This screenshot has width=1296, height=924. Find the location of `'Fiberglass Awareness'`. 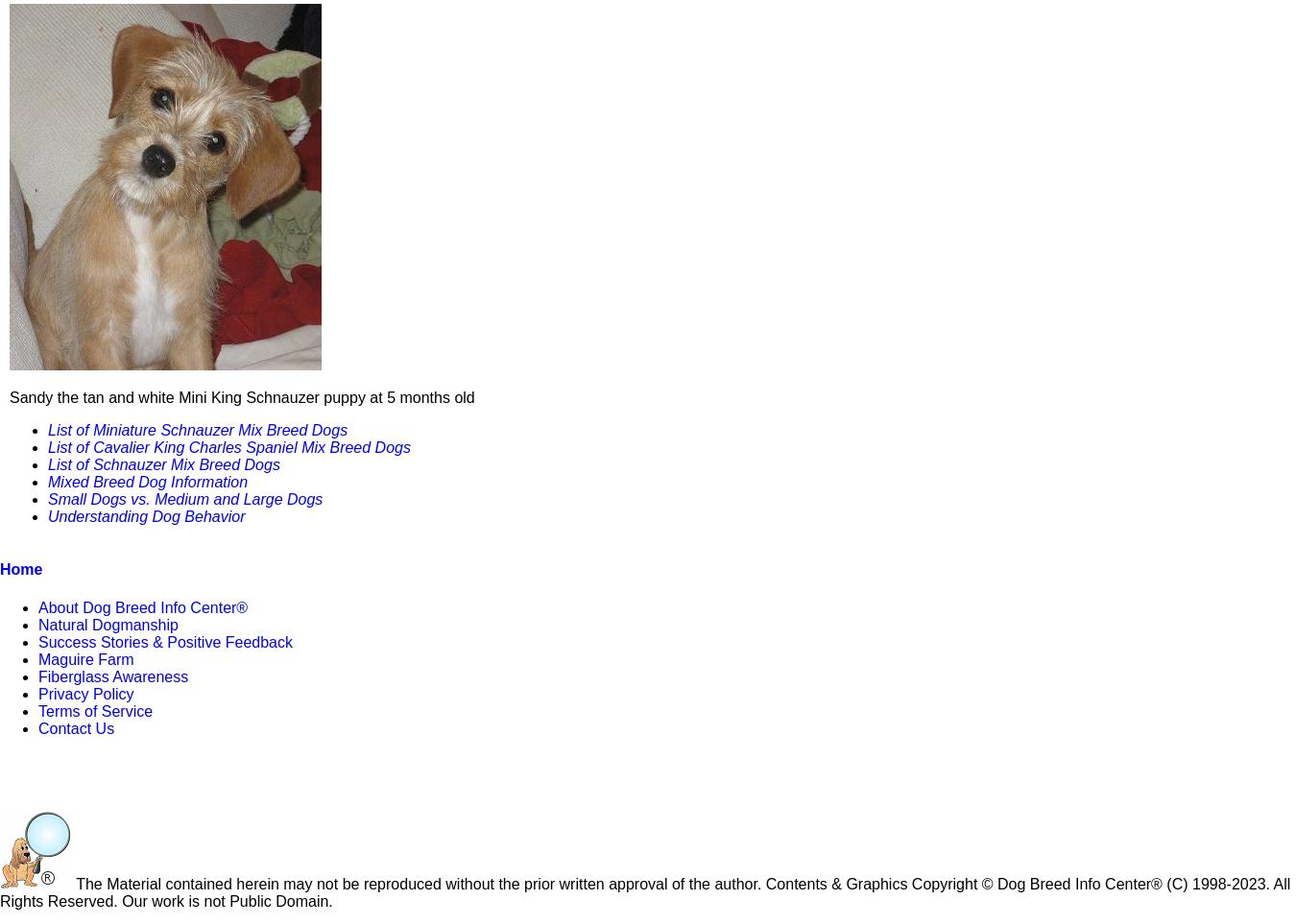

'Fiberglass Awareness' is located at coordinates (112, 675).